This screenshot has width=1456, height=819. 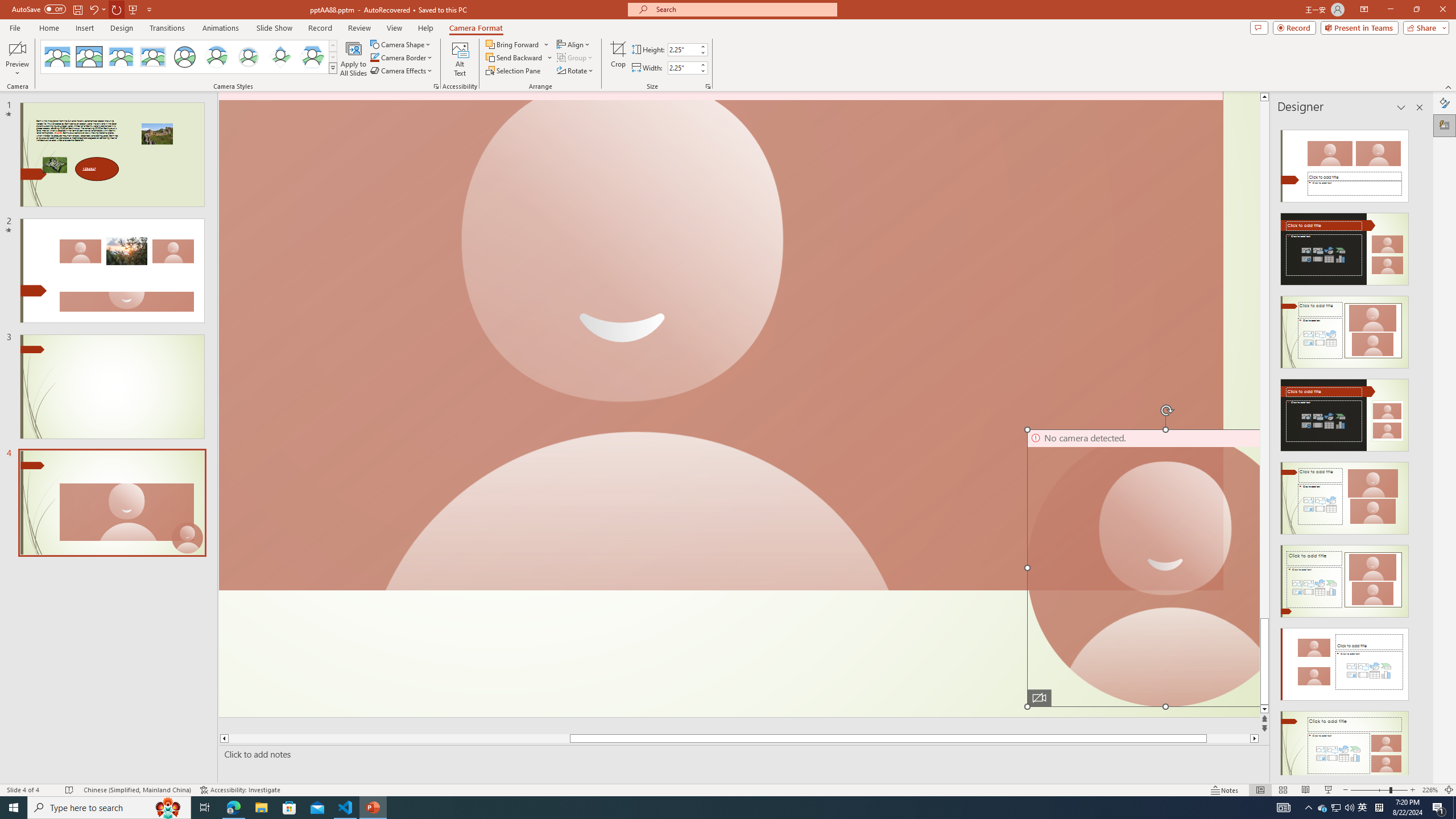 I want to click on 'Zoom 226%', so click(x=1430, y=790).